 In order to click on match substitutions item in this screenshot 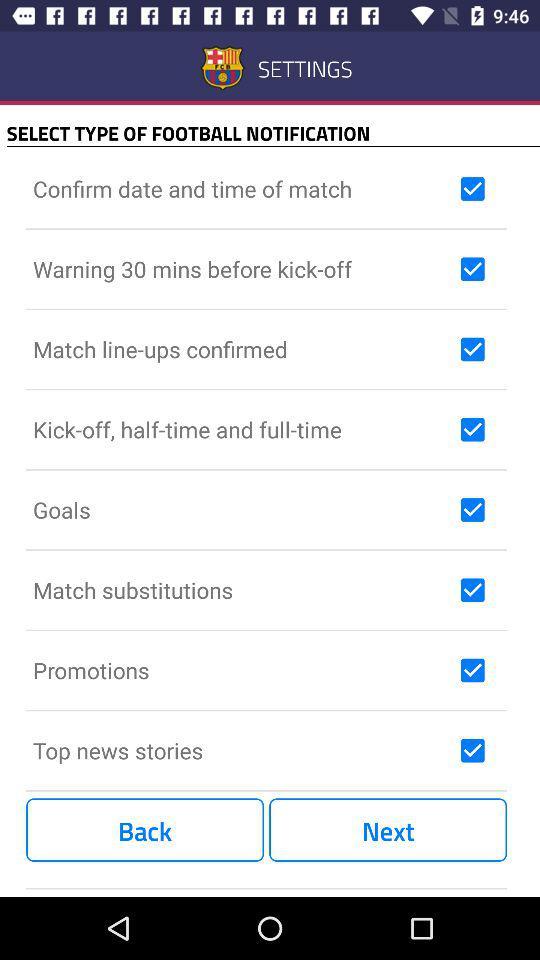, I will do `click(242, 590)`.